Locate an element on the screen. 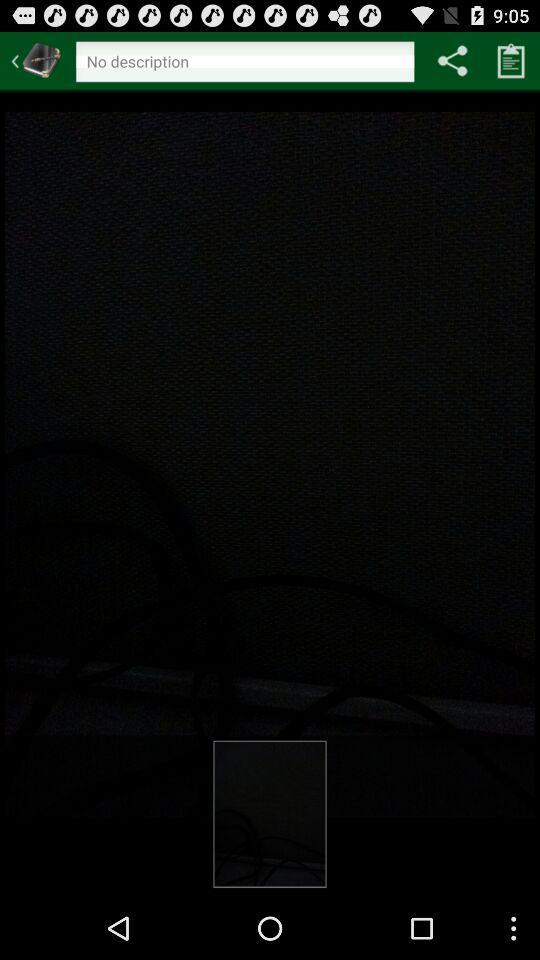 This screenshot has width=540, height=960. clipboard icon is located at coordinates (511, 59).